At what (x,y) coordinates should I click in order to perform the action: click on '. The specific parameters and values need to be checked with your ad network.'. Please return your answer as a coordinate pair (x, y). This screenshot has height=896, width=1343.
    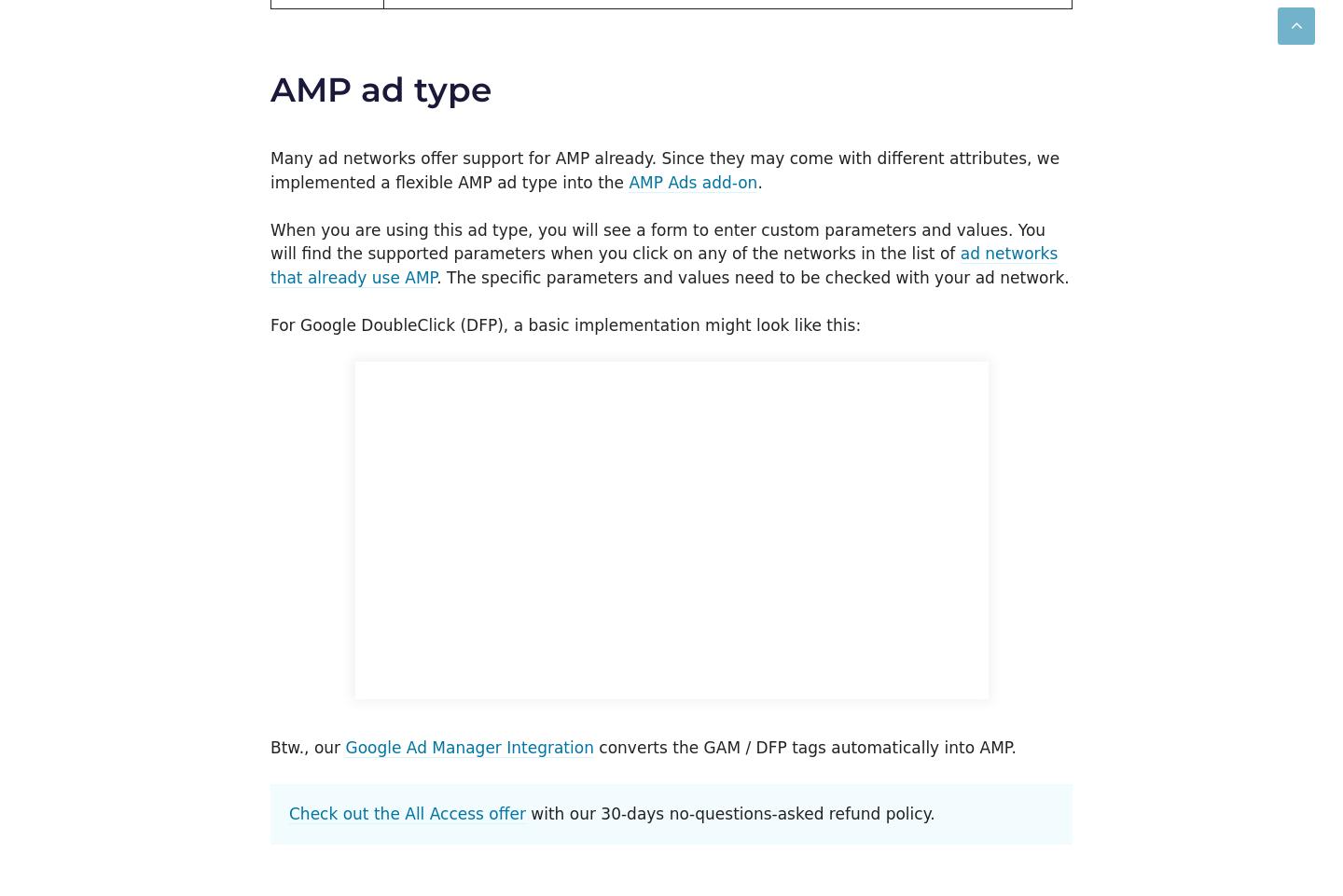
    Looking at the image, I should click on (752, 277).